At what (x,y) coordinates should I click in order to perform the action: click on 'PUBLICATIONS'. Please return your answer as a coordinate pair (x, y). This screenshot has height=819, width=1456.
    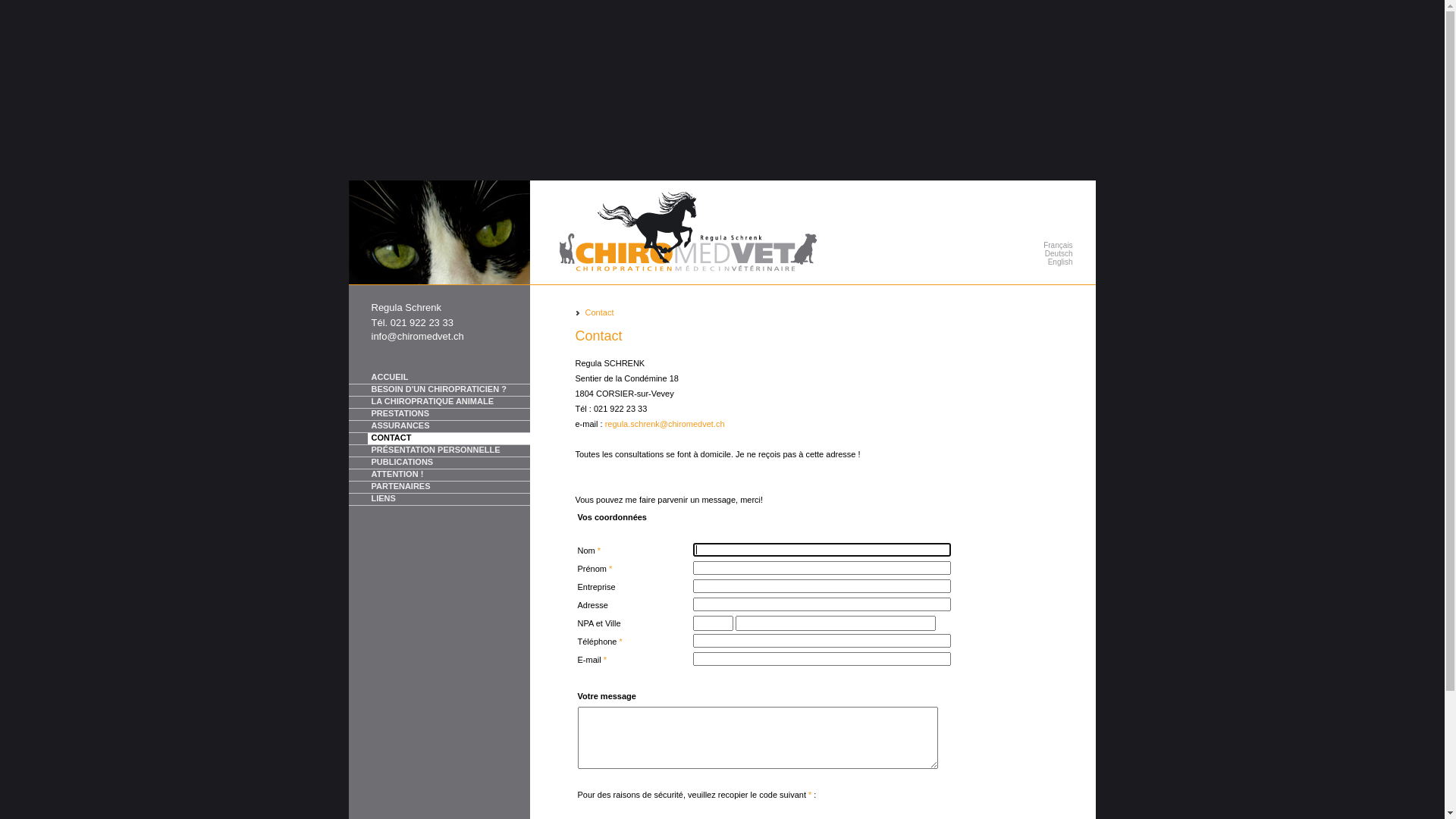
    Looking at the image, I should click on (438, 462).